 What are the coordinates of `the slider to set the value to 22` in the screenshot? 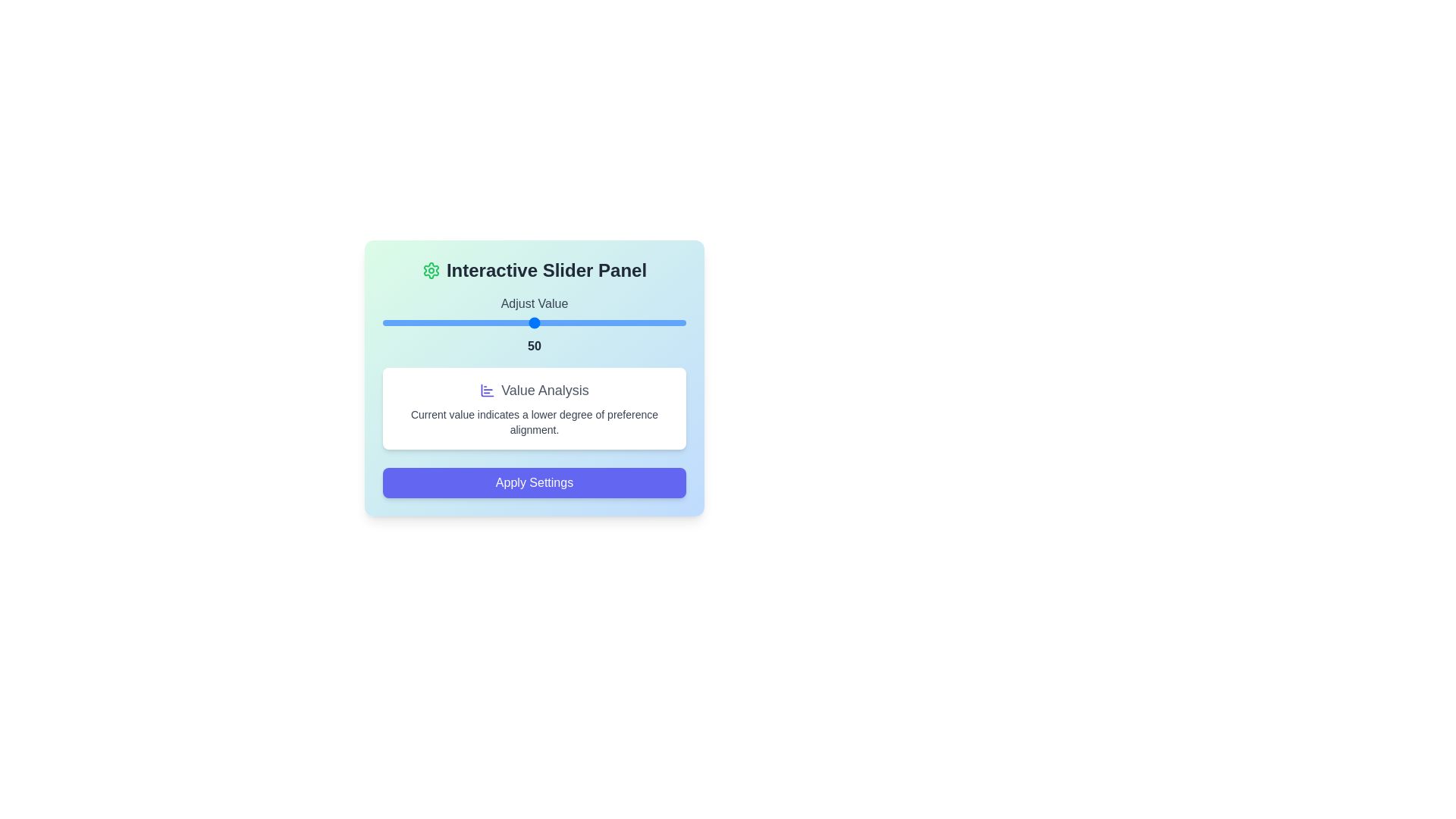 It's located at (449, 322).